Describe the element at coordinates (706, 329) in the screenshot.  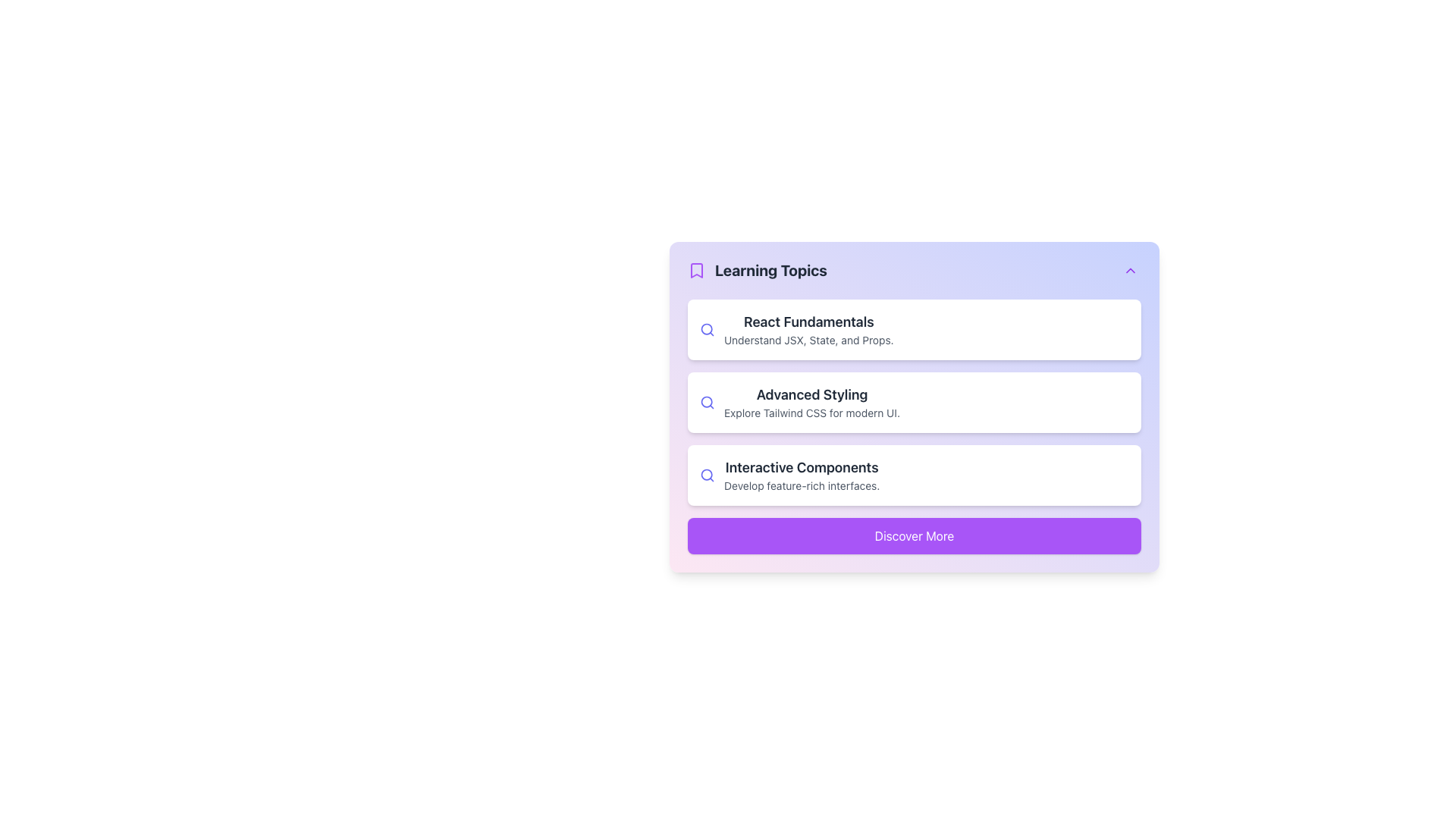
I see `the indigo magnifying glass icon located` at that location.